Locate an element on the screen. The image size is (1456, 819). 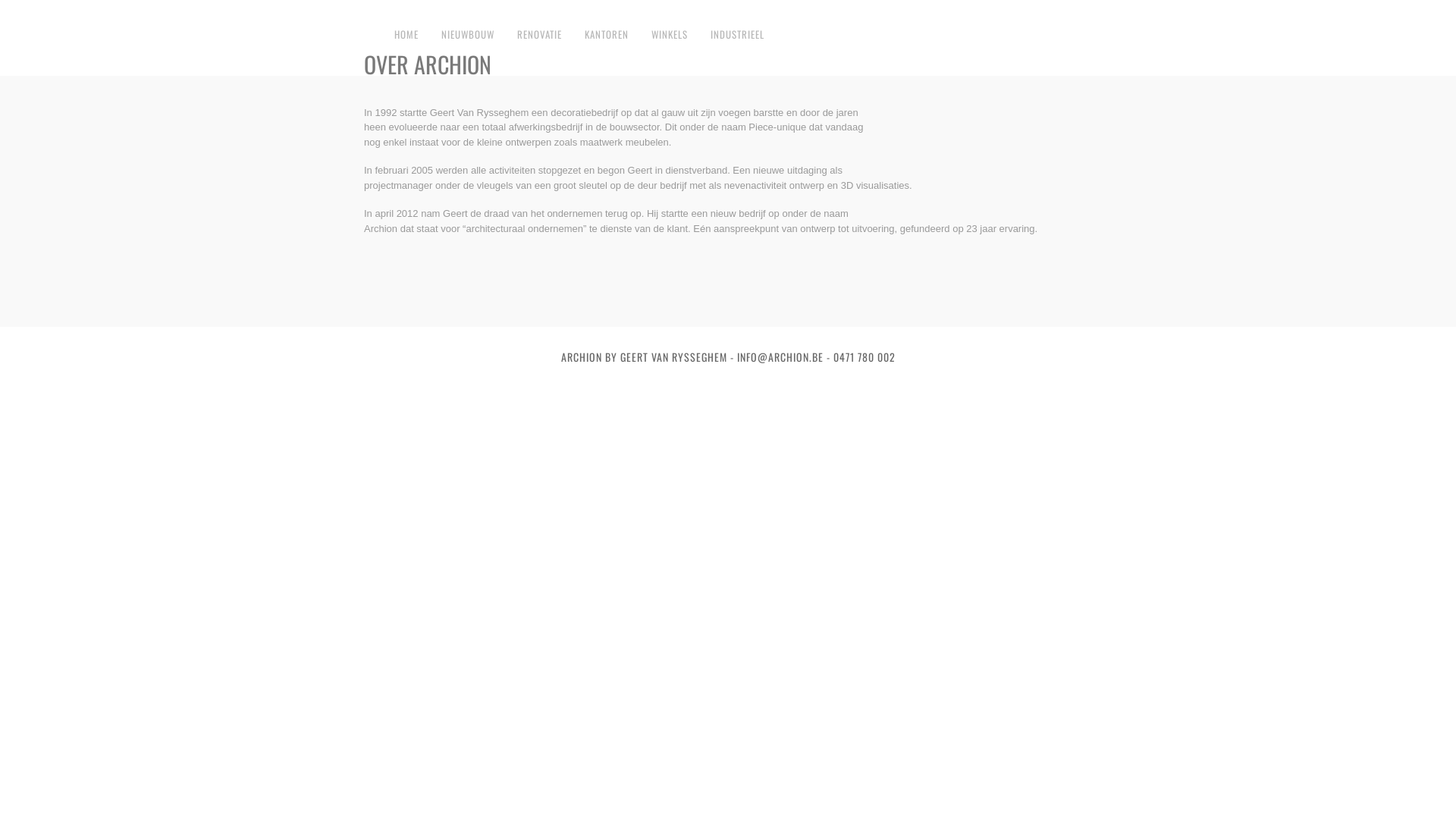
'KANTOREN' is located at coordinates (607, 34).